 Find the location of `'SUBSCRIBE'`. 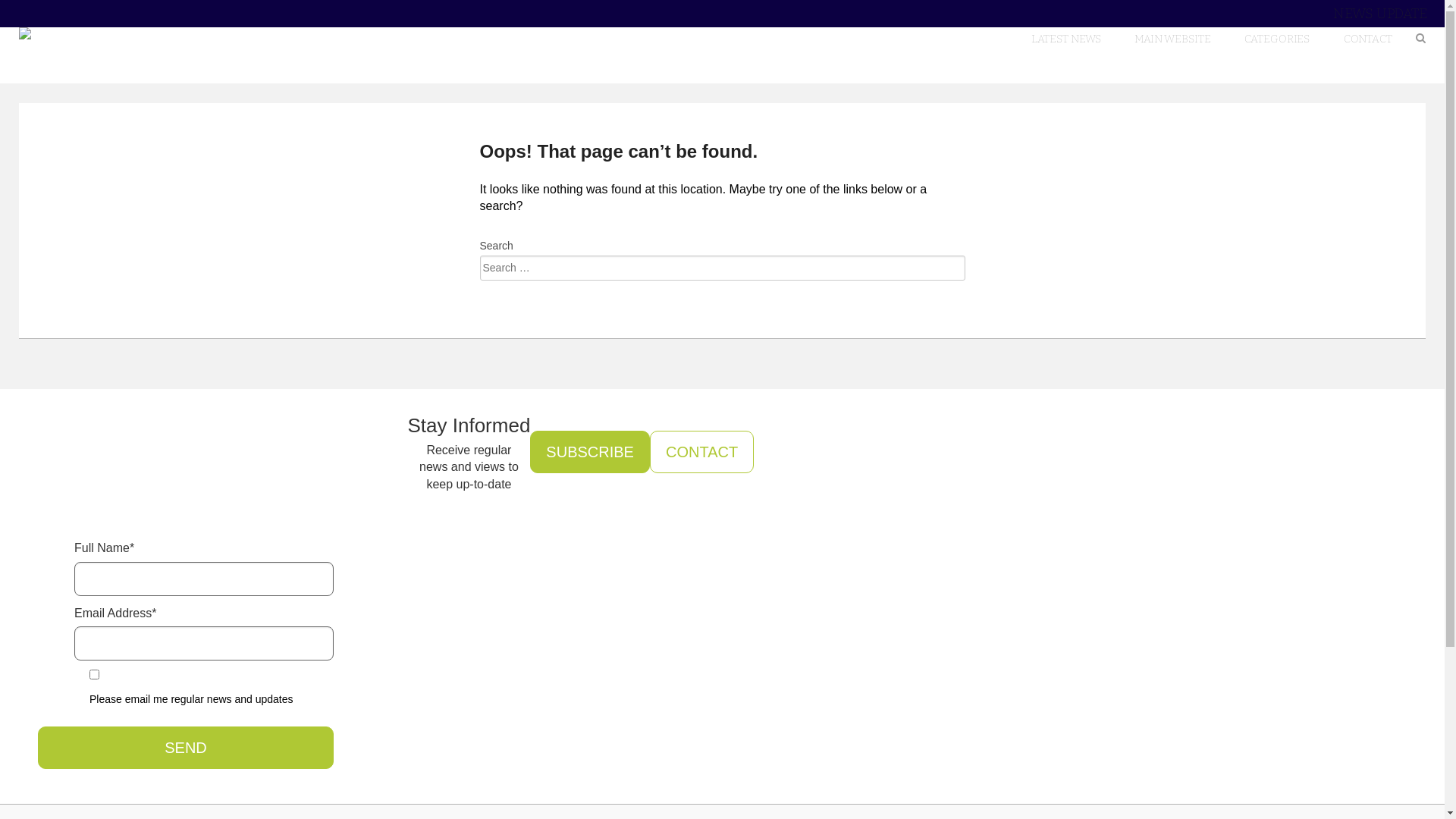

'SUBSCRIBE' is located at coordinates (588, 451).